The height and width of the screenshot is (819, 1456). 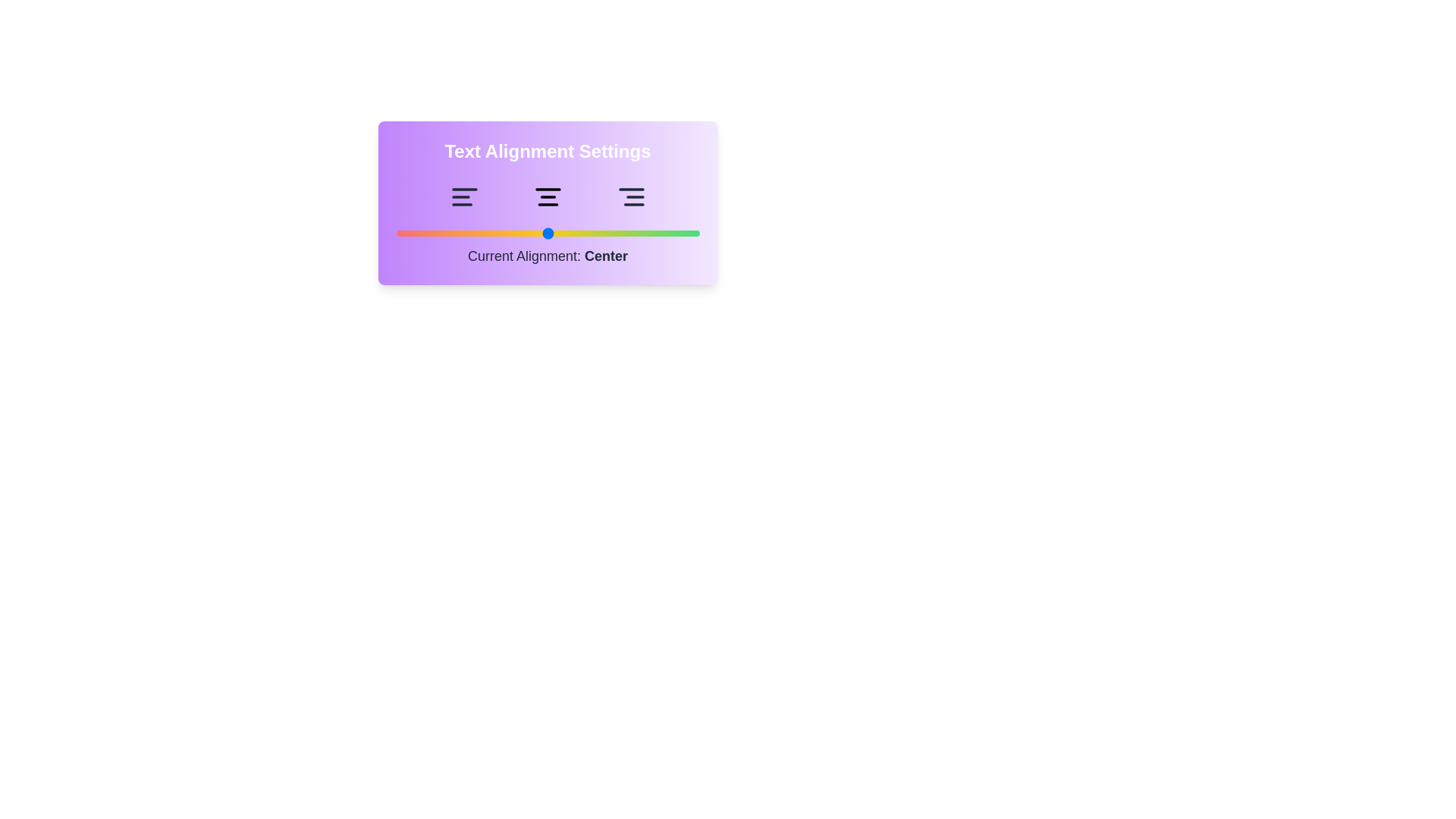 What do you see at coordinates (611, 234) in the screenshot?
I see `the alignment slider to 71 and observe the text indicator update` at bounding box center [611, 234].